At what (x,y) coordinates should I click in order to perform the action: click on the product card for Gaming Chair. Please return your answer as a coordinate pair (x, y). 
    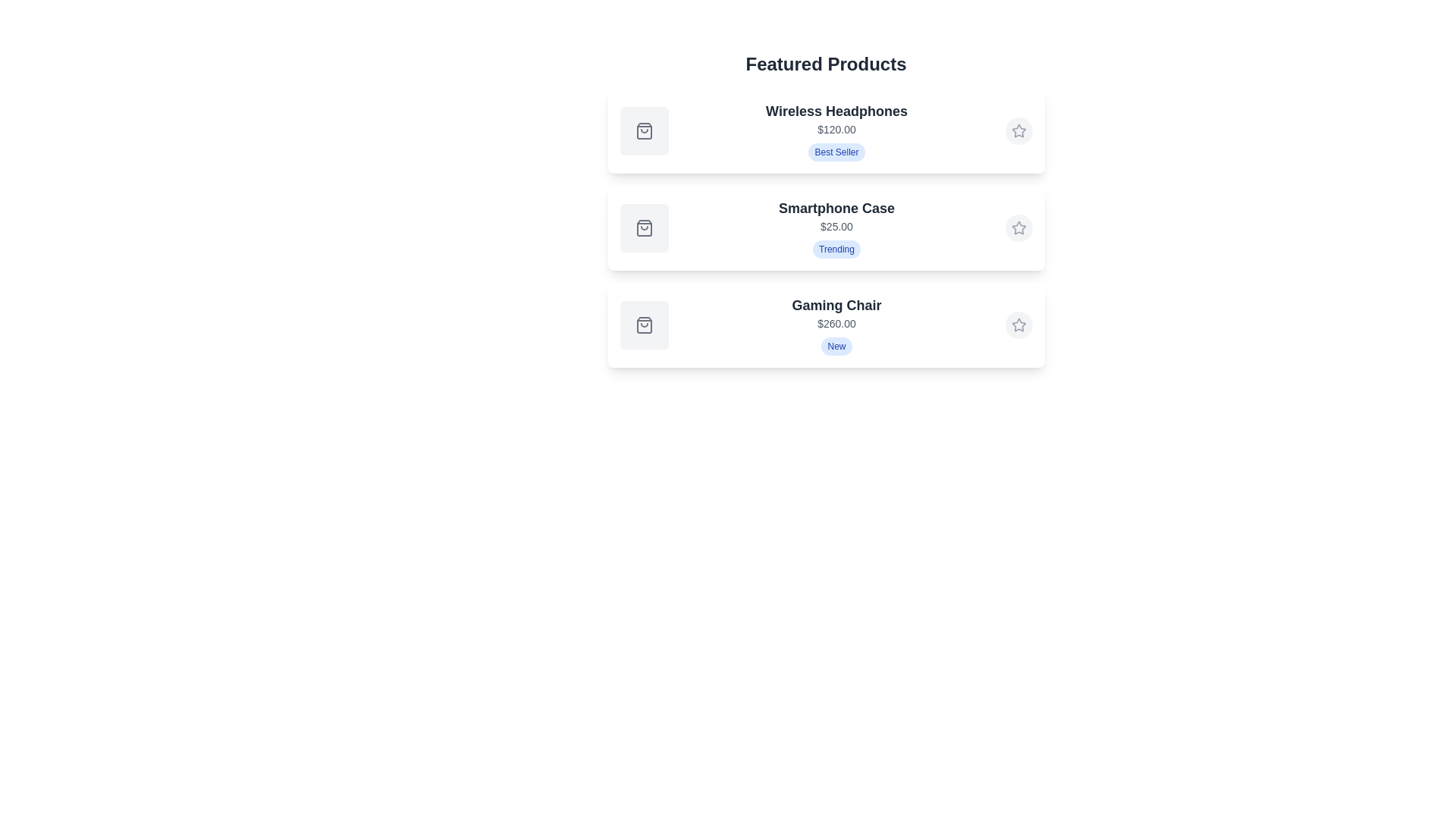
    Looking at the image, I should click on (825, 324).